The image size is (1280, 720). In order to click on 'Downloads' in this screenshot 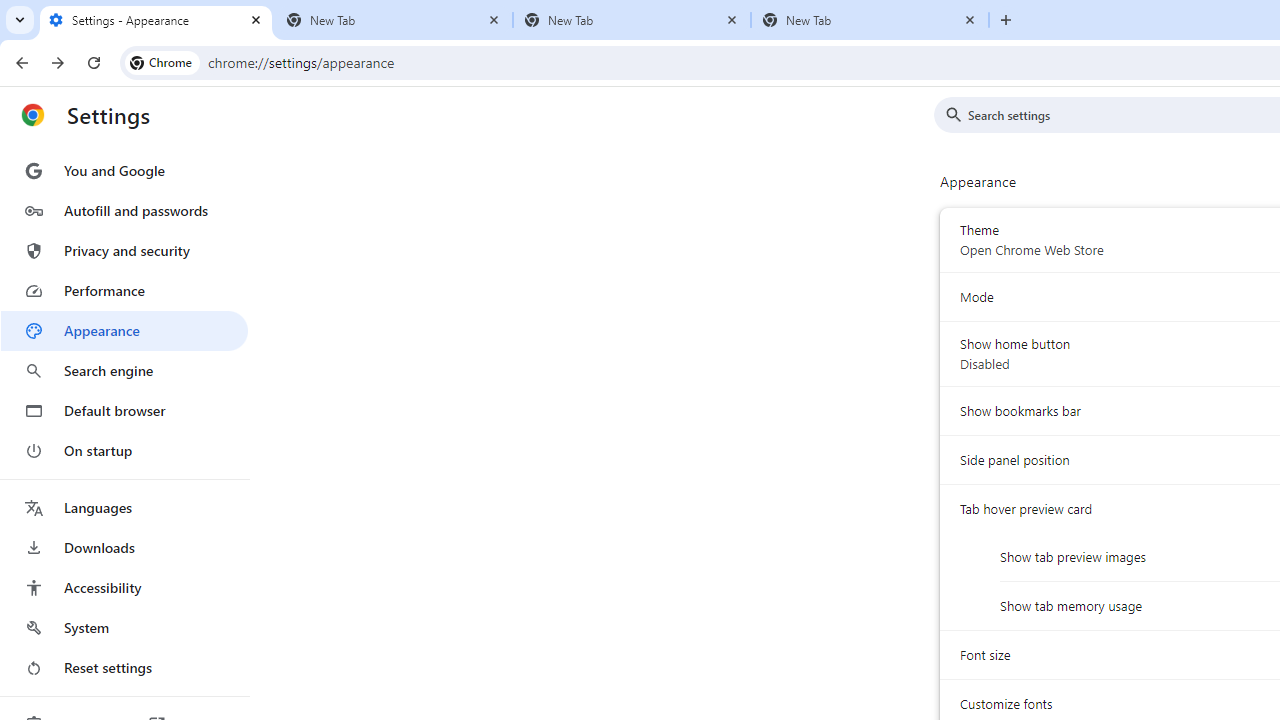, I will do `click(123, 547)`.